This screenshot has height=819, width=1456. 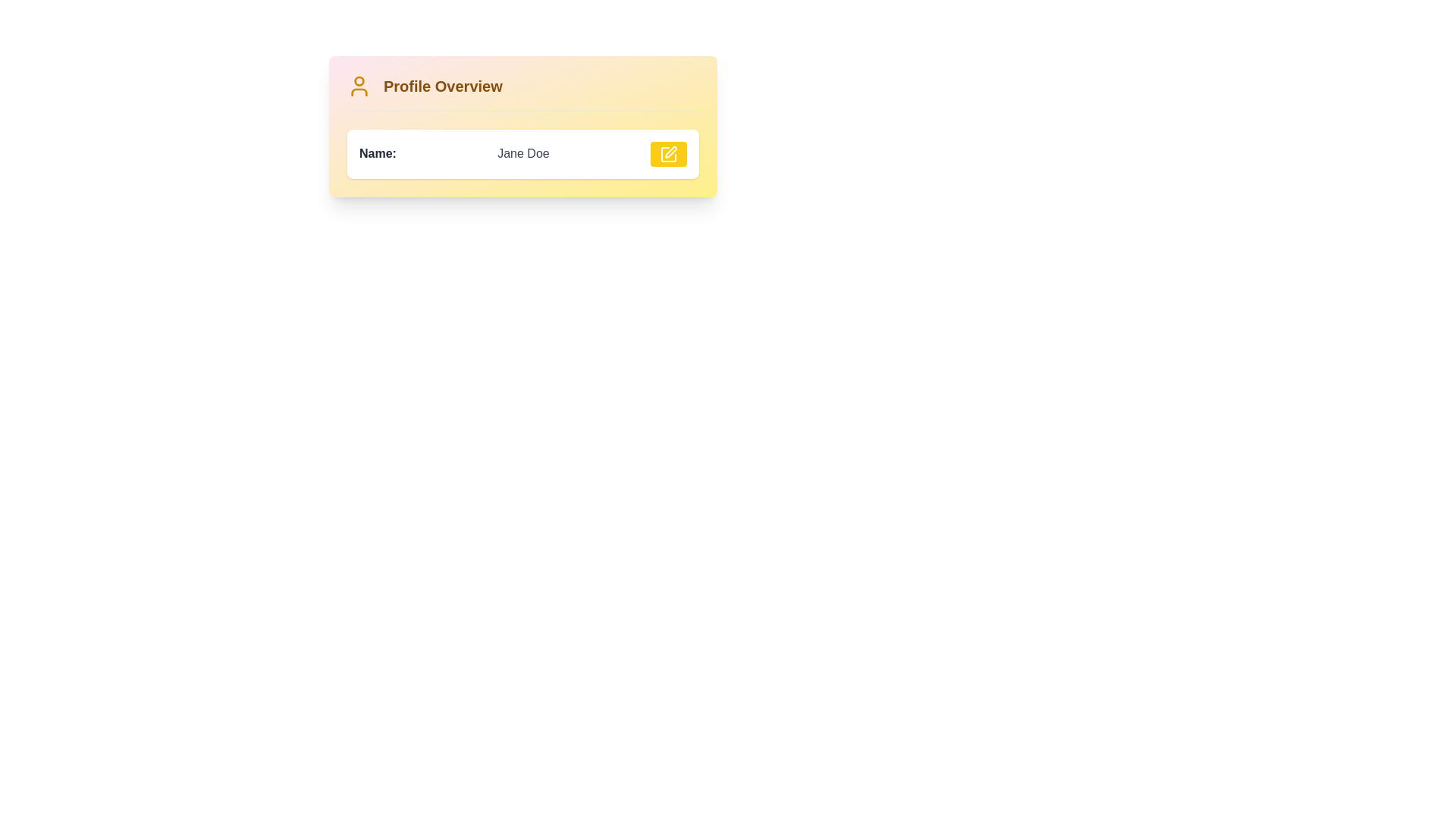 What do you see at coordinates (668, 154) in the screenshot?
I see `the button with a yellow background and a white pencil icon, located at the right end of the row containing the text 'Name: Jane Doe'` at bounding box center [668, 154].